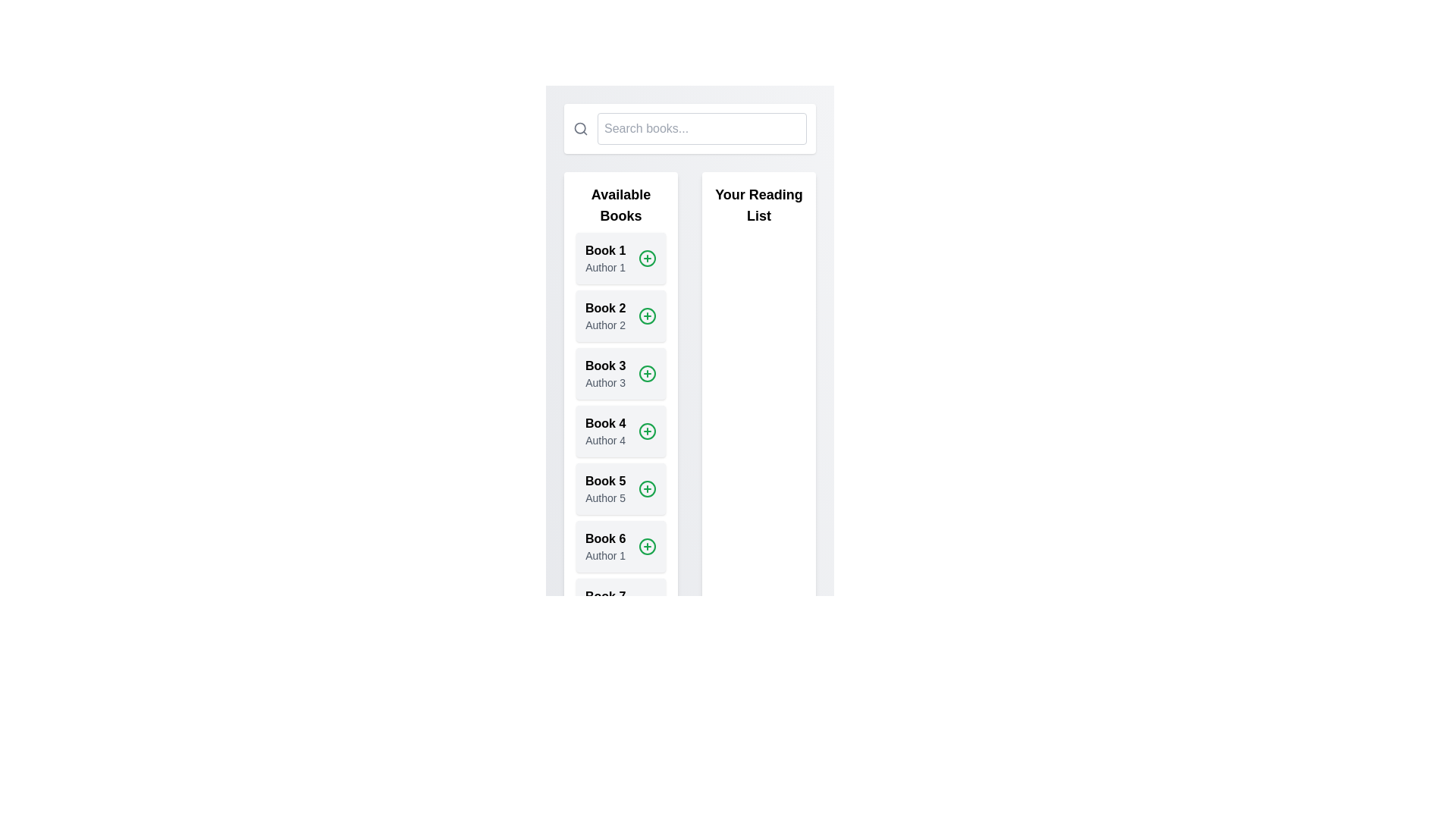  Describe the element at coordinates (604, 538) in the screenshot. I see `the bold text label 'Book 6'` at that location.